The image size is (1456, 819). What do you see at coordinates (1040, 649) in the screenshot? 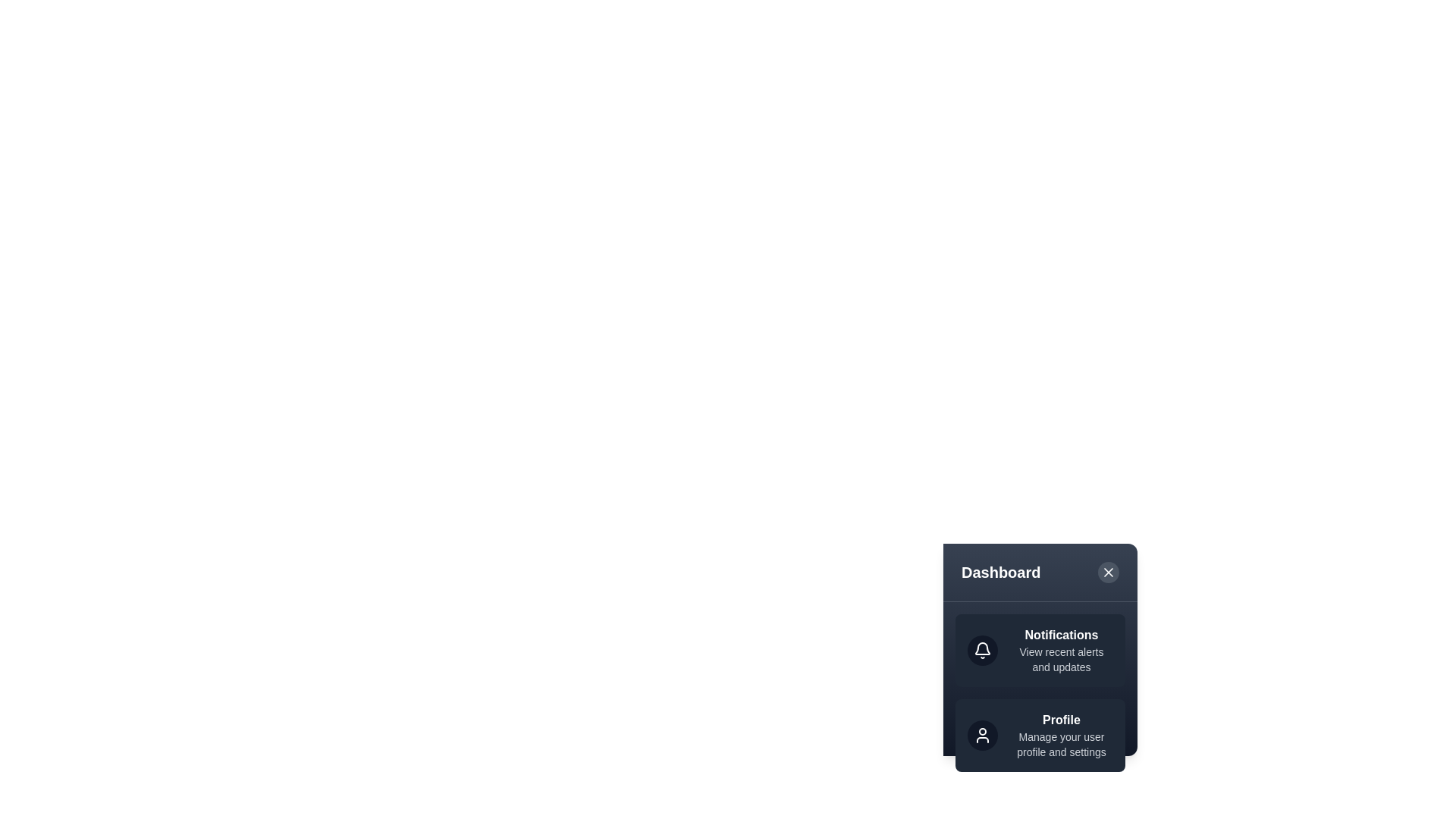
I see `the menu item Notifications to display its details` at bounding box center [1040, 649].